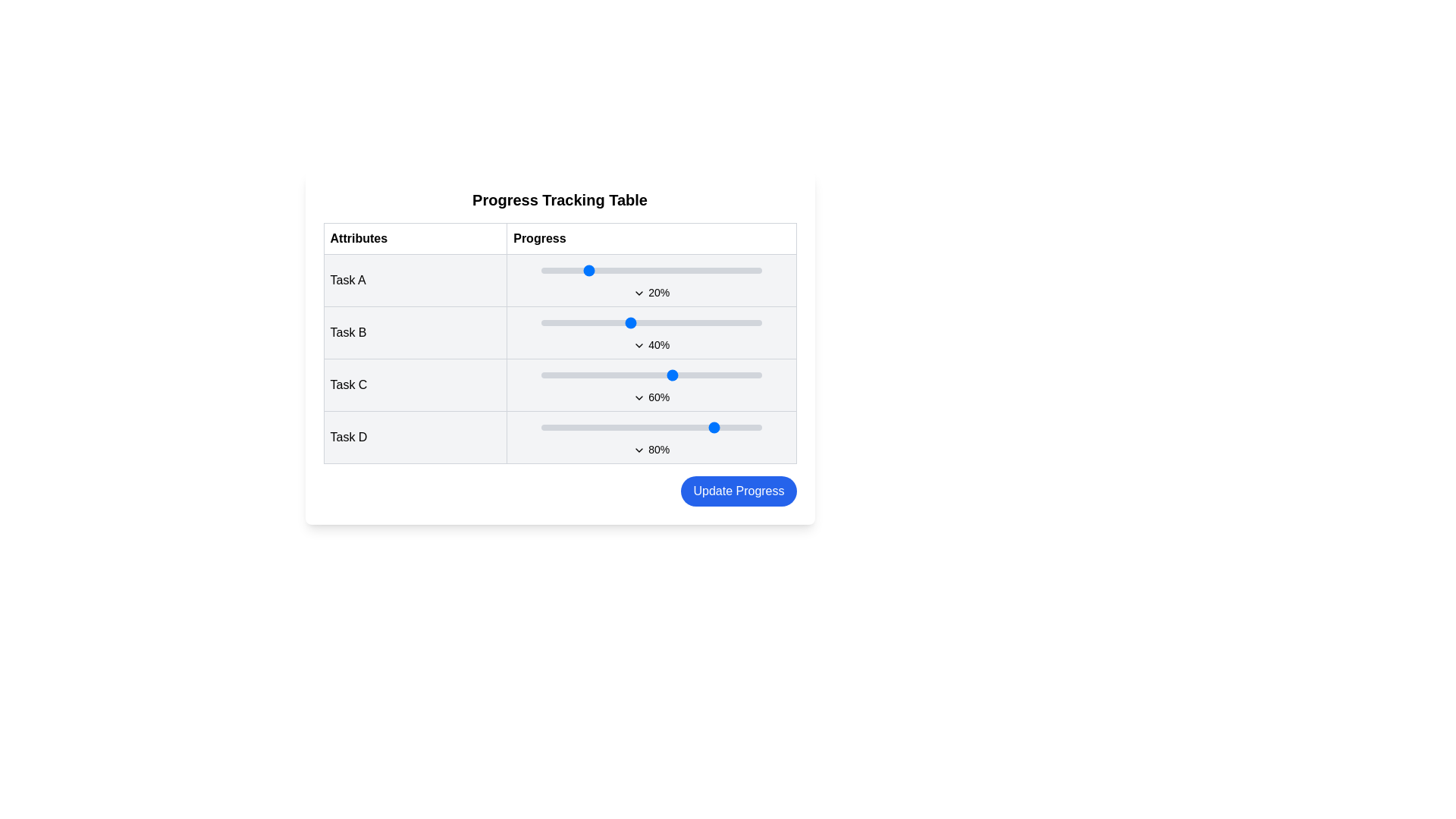  Describe the element at coordinates (726, 322) in the screenshot. I see `the progress for task B` at that location.